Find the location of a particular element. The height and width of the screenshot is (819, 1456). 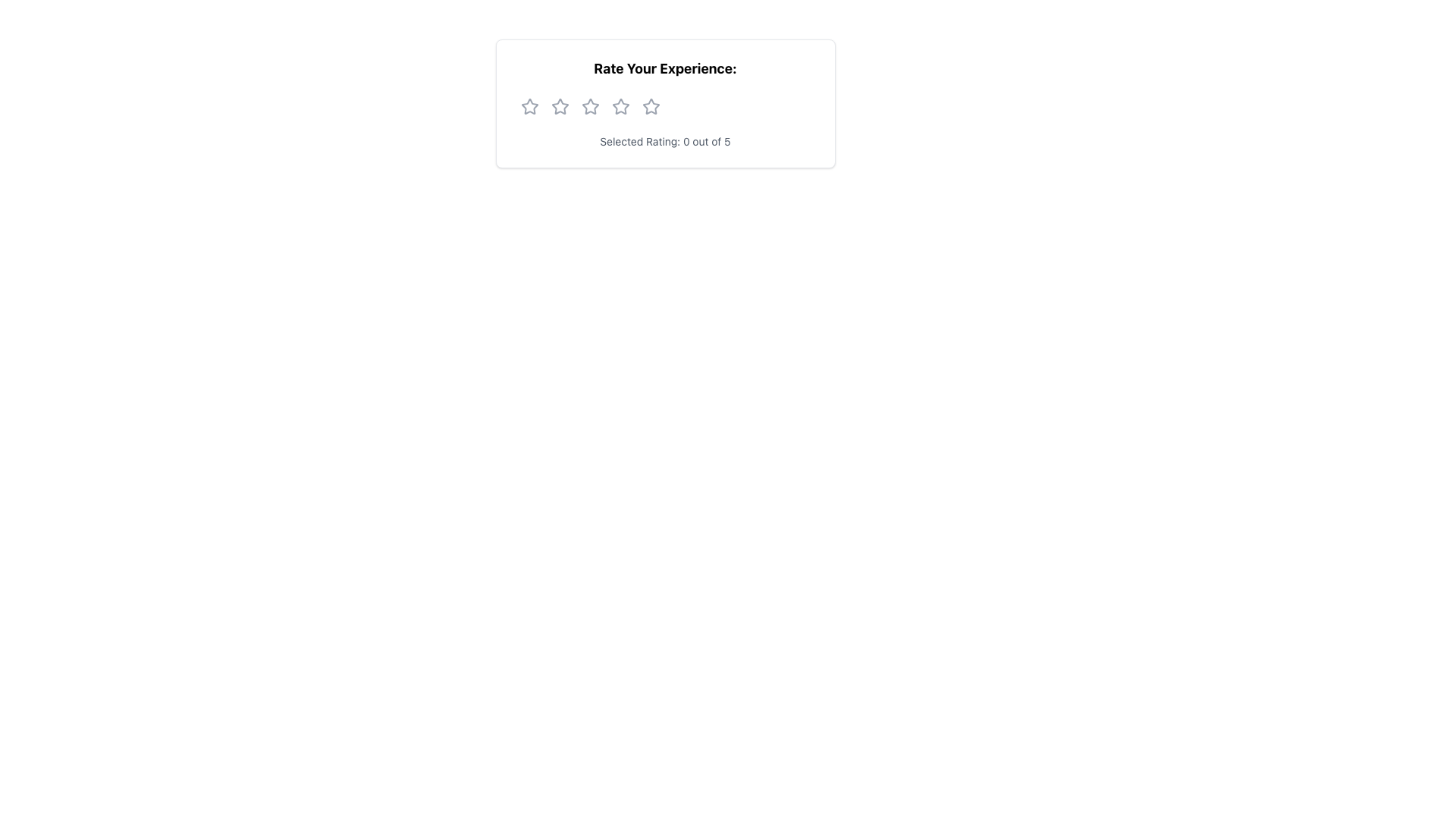

the second star in the star rating icon is located at coordinates (559, 105).